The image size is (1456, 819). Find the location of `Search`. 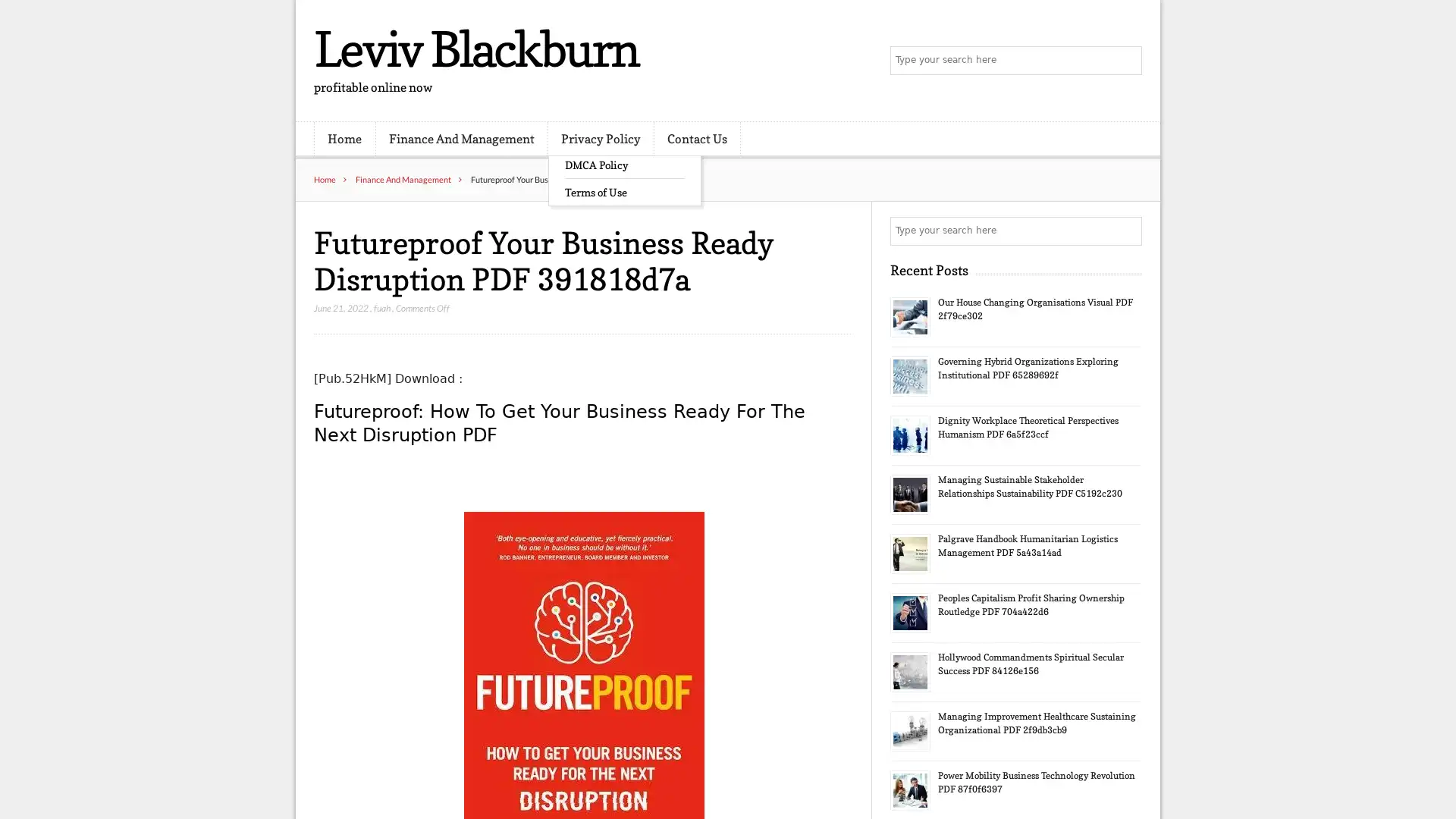

Search is located at coordinates (1126, 61).